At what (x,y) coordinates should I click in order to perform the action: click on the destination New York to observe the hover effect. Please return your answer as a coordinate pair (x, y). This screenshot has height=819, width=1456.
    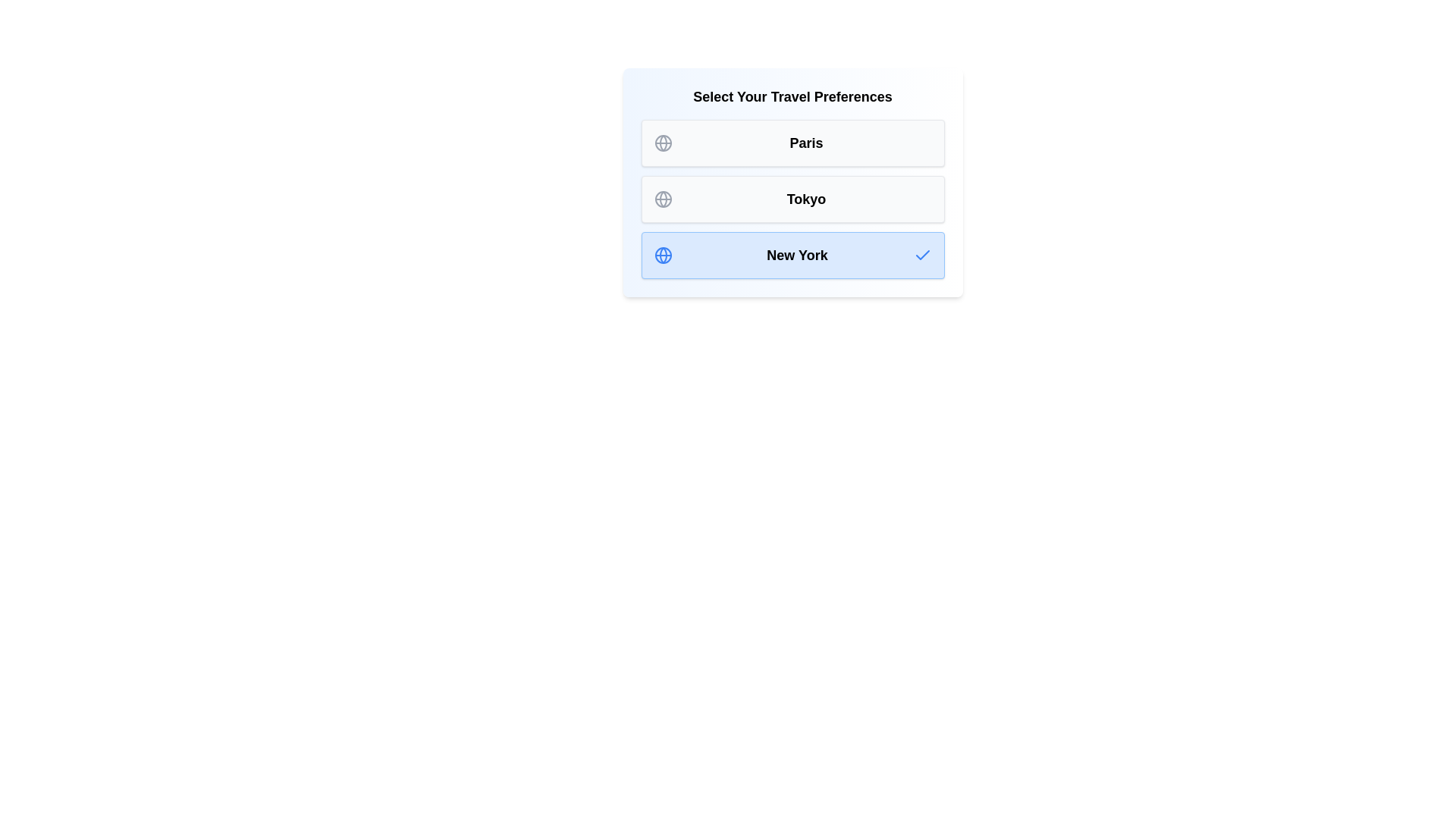
    Looking at the image, I should click on (792, 254).